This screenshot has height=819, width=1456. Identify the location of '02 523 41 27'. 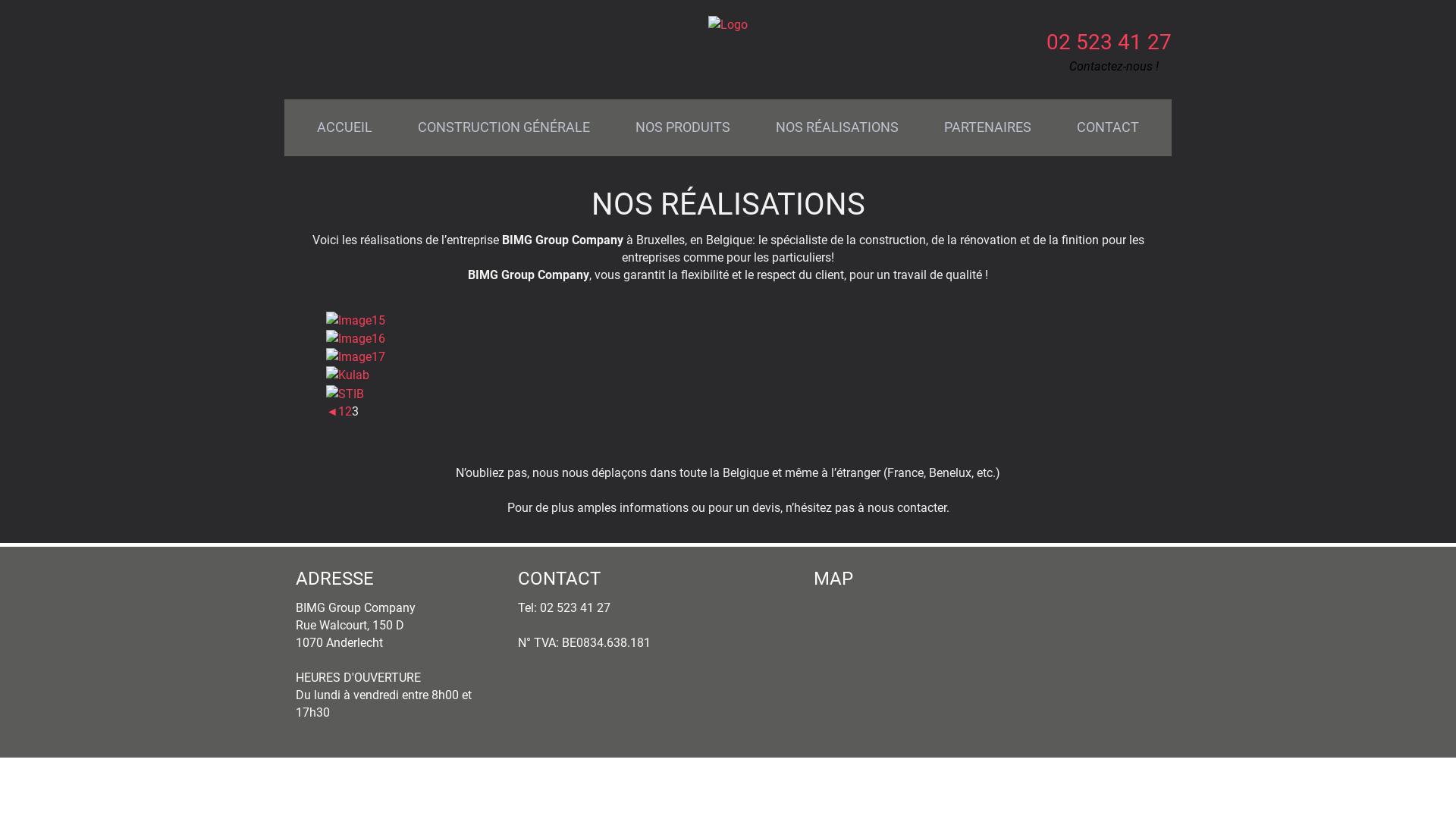
(1109, 41).